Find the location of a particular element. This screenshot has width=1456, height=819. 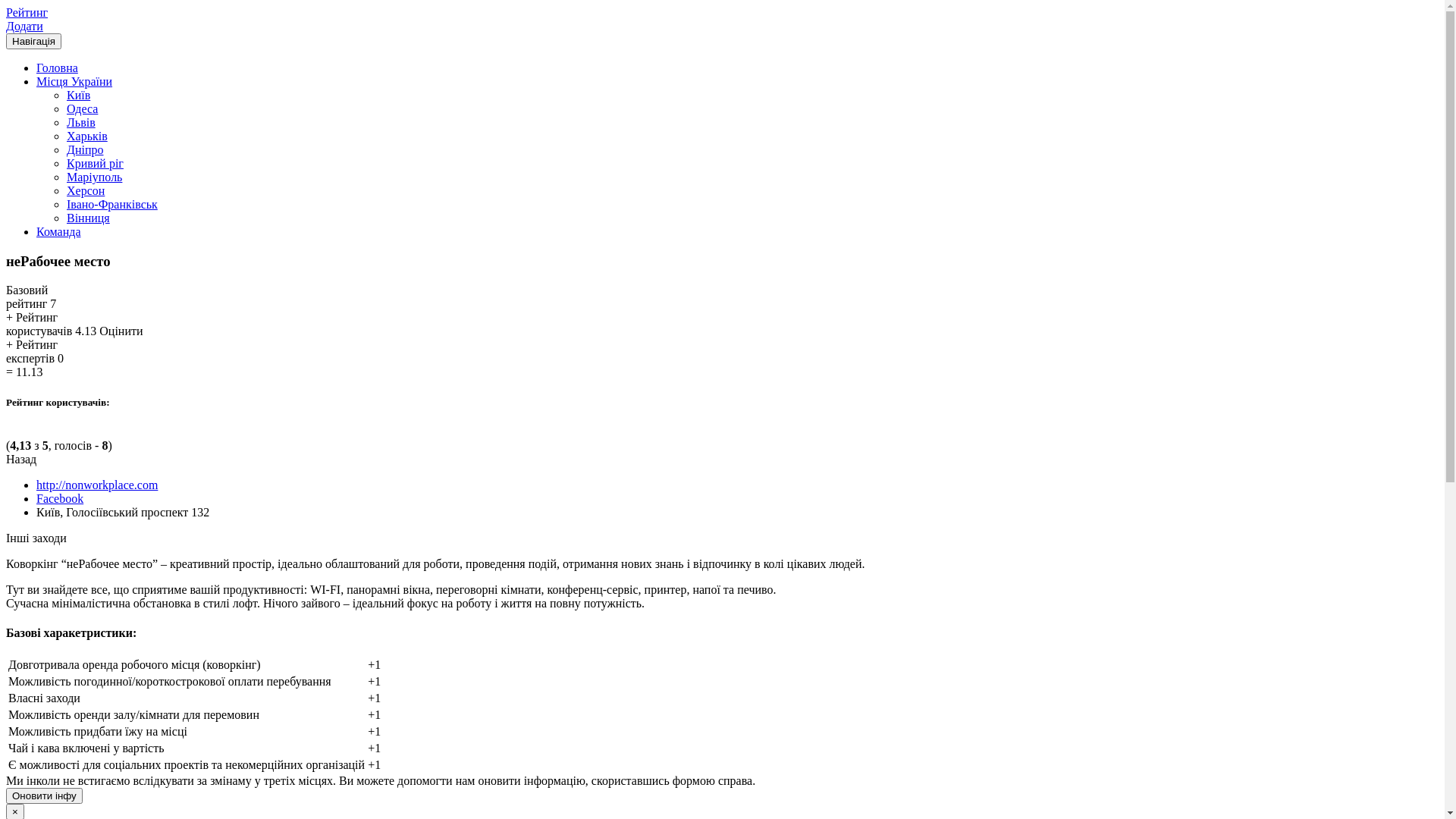

'http://nonworkplace.com' is located at coordinates (96, 485).